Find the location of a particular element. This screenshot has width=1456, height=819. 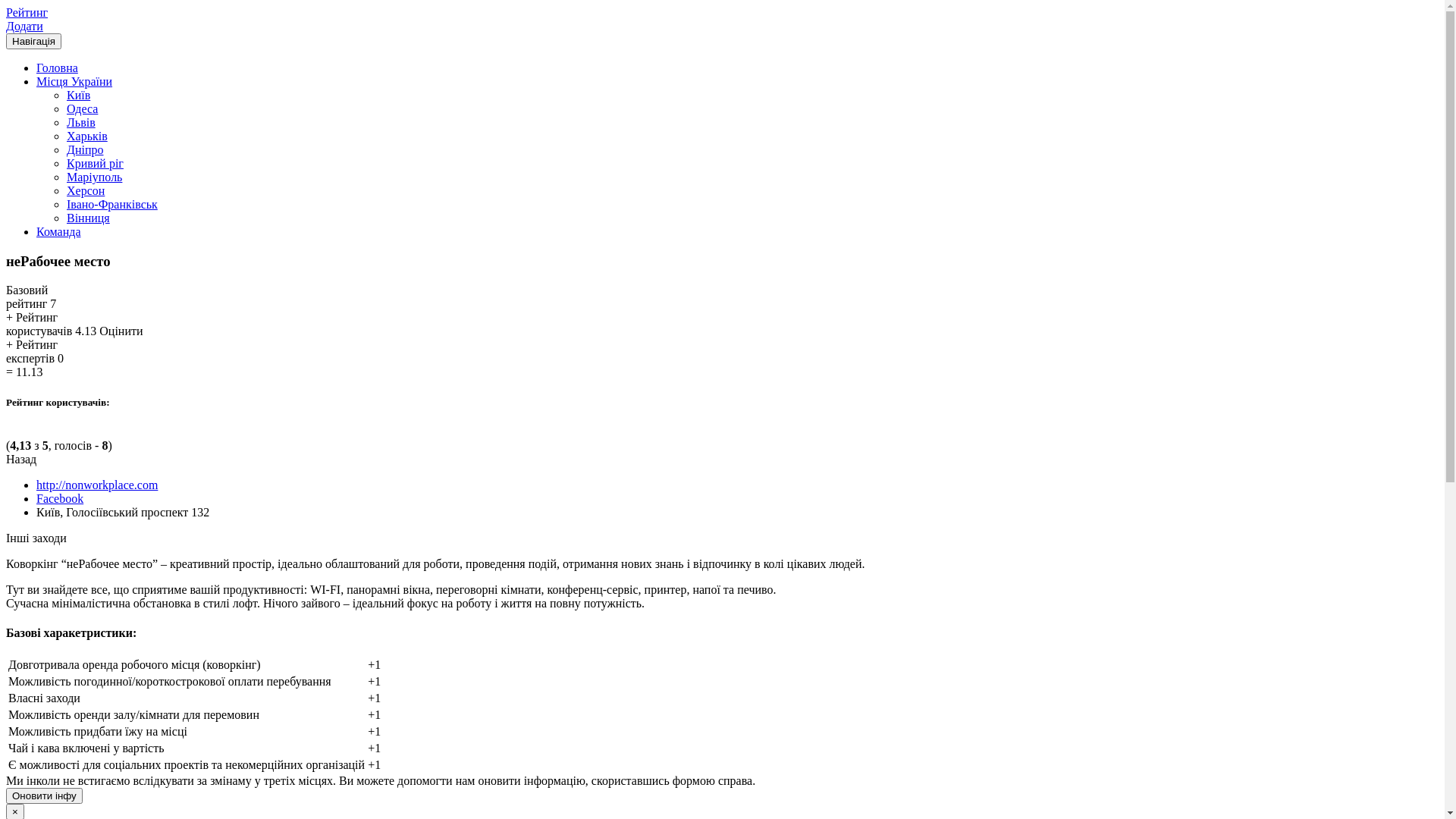

'http://nonworkplace.com' is located at coordinates (96, 485).